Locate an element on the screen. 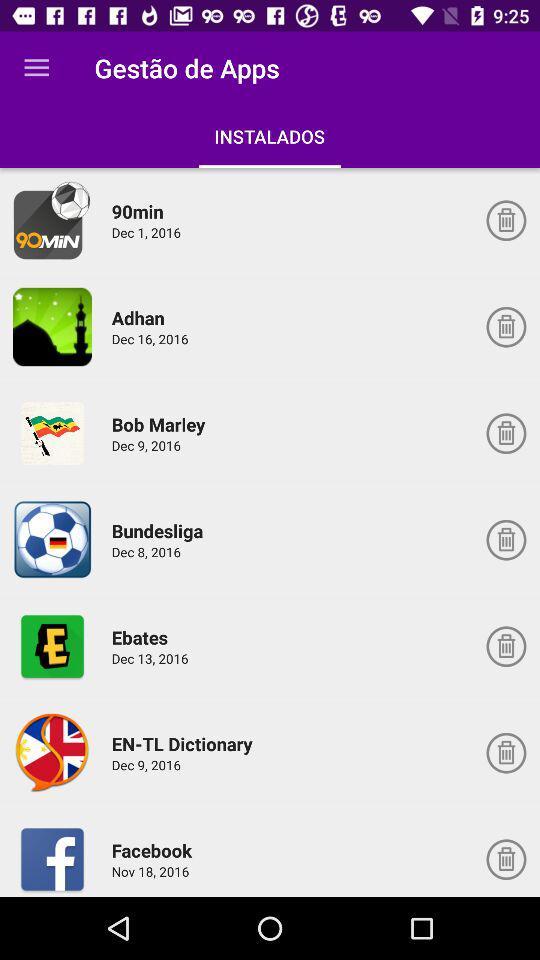 The image size is (540, 960). open app info is located at coordinates (52, 220).